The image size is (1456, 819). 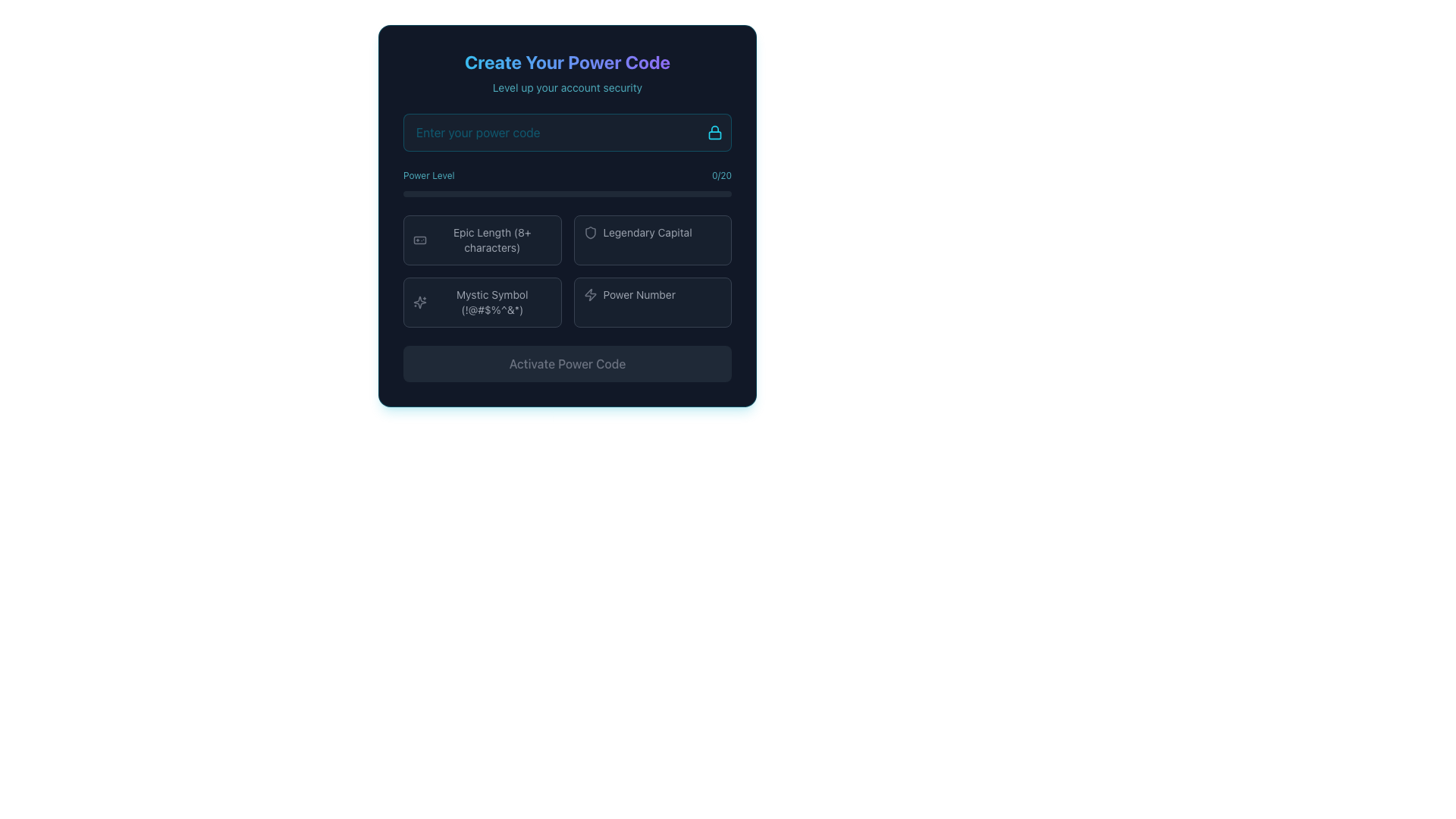 What do you see at coordinates (652, 239) in the screenshot?
I see `the button labeled 'Legendary Capital', which has a dark background, gray border, and a shield icon on the left` at bounding box center [652, 239].